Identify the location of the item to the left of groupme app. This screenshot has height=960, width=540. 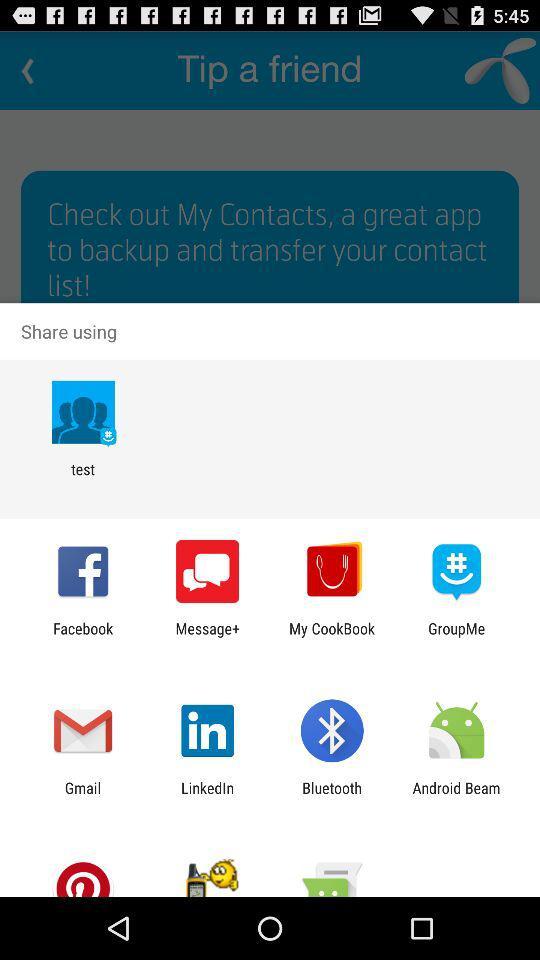
(332, 636).